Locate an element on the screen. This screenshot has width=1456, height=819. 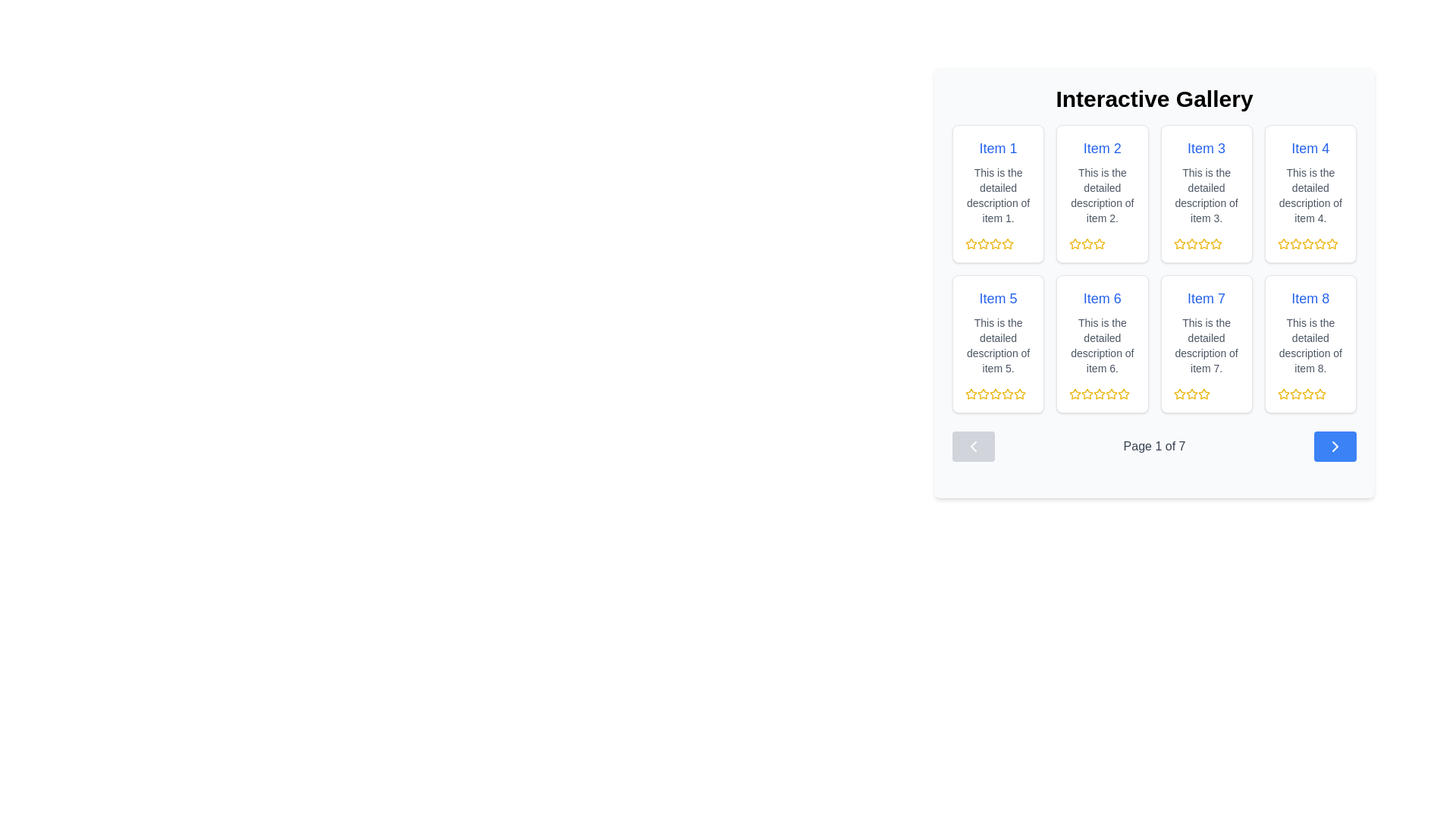
the first star icon is located at coordinates (971, 242).